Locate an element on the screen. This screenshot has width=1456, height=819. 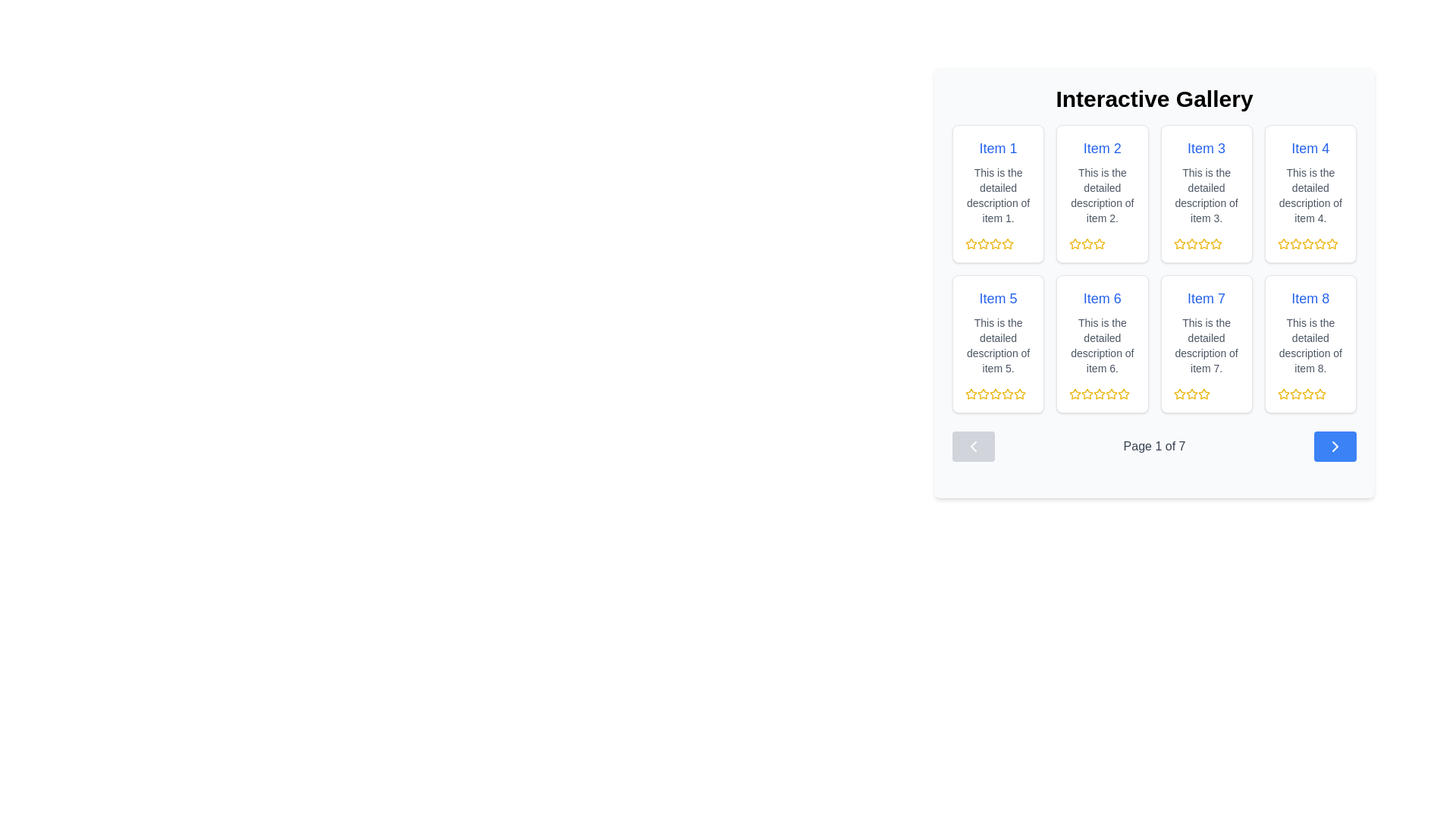
the first star icon is located at coordinates (971, 242).